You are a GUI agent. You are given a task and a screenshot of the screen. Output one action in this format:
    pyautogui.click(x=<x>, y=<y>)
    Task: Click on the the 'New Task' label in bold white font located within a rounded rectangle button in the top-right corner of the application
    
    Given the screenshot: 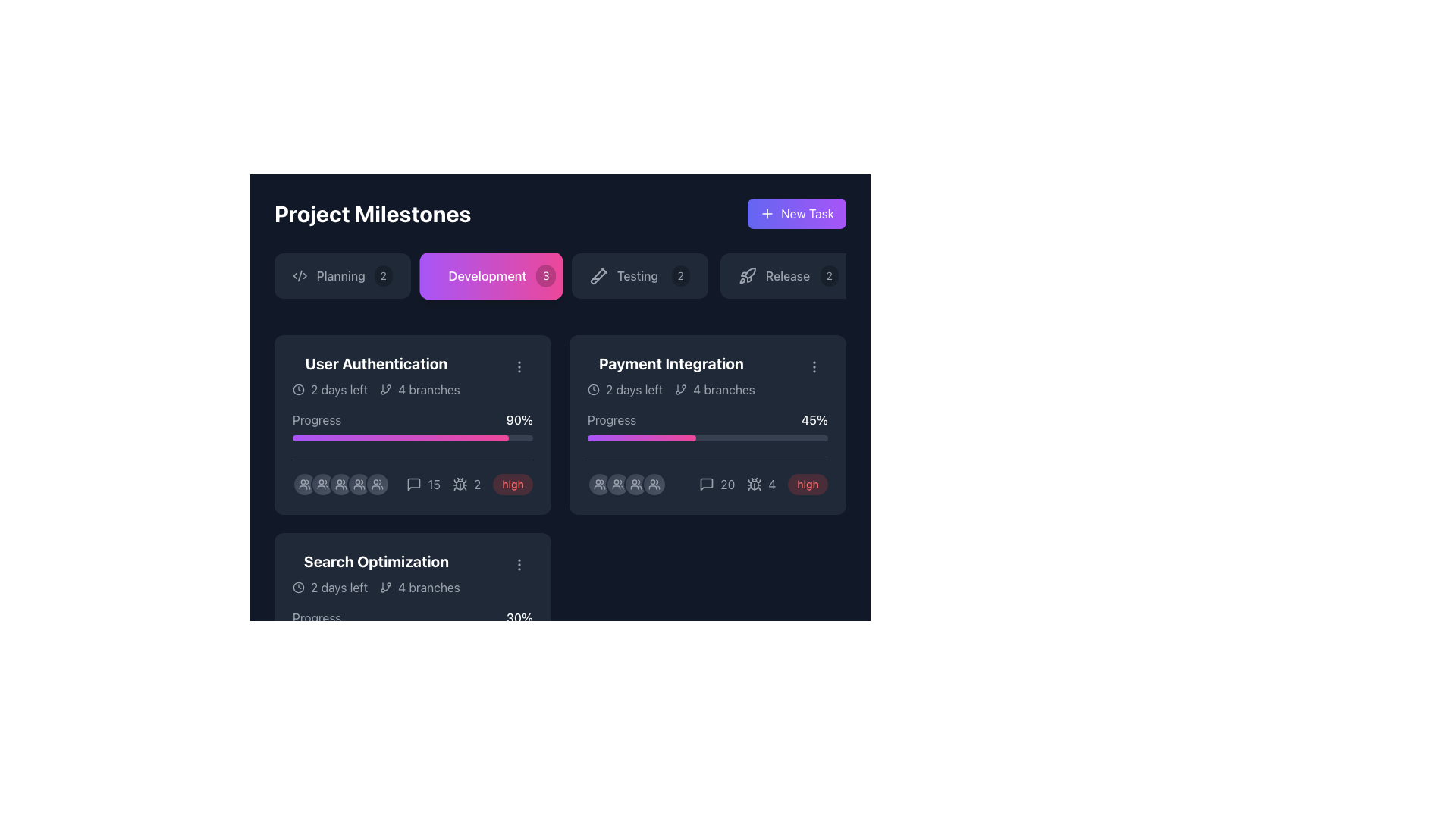 What is the action you would take?
    pyautogui.click(x=807, y=213)
    